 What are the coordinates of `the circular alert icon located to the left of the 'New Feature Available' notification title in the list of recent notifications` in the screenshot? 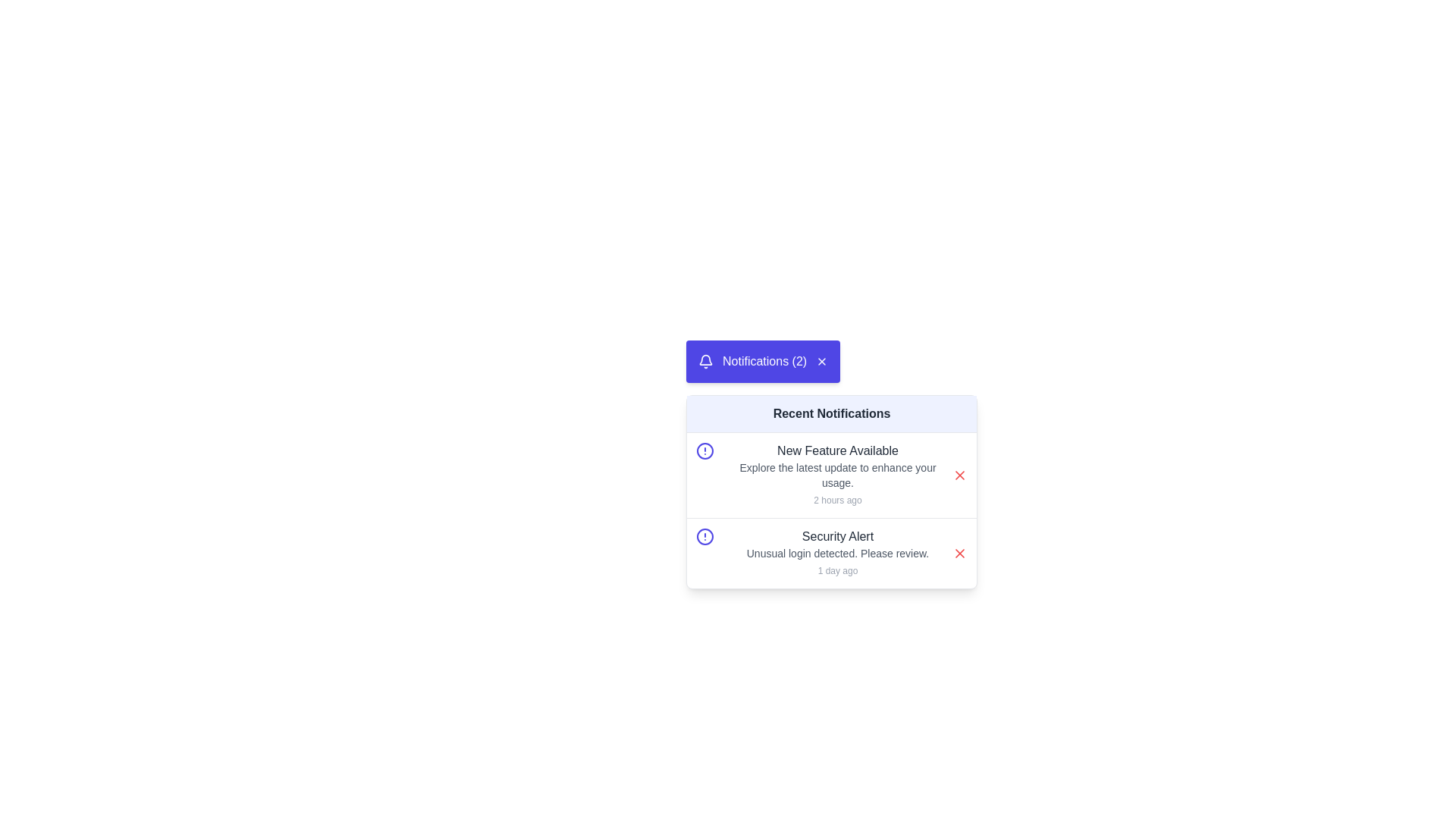 It's located at (704, 450).